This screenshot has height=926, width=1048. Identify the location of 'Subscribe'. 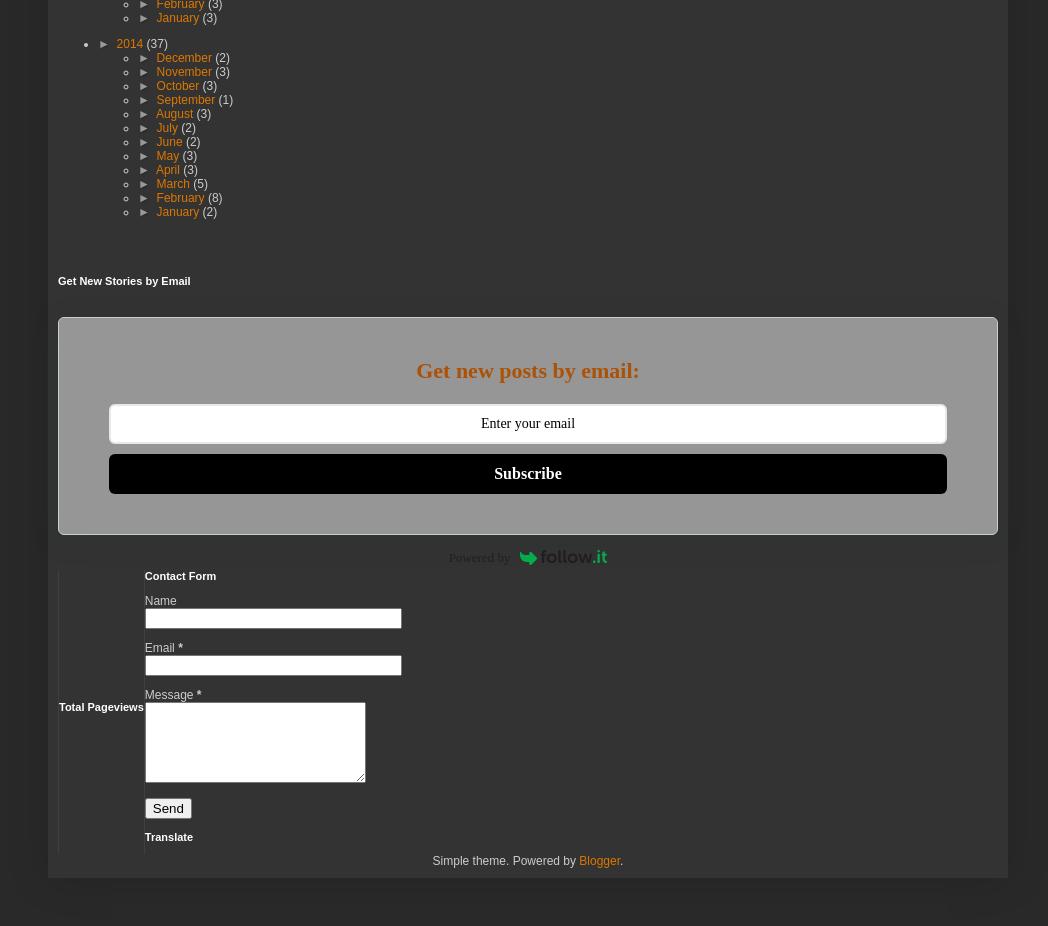
(526, 472).